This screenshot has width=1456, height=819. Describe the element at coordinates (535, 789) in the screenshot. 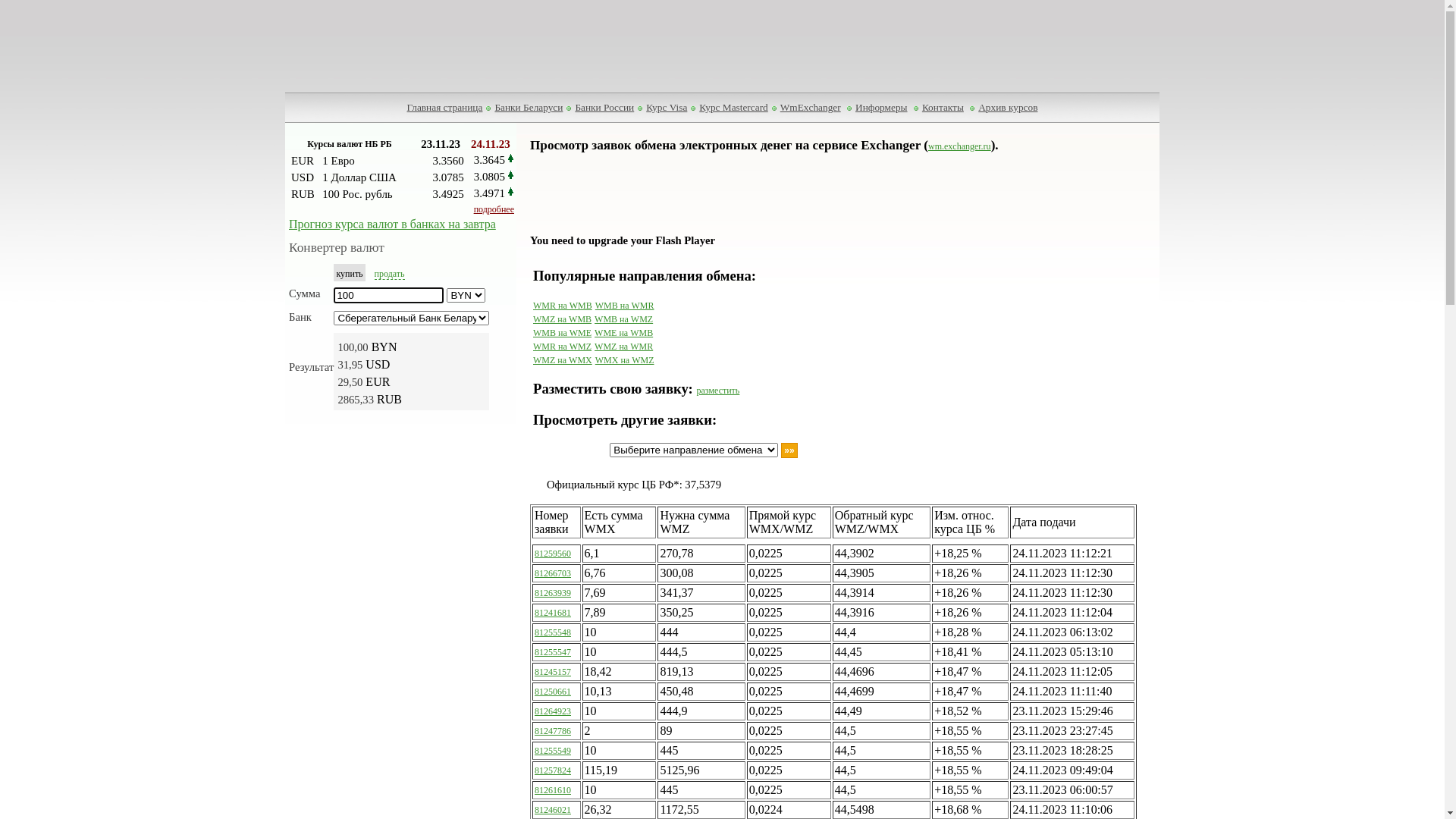

I see `'81261610'` at that location.